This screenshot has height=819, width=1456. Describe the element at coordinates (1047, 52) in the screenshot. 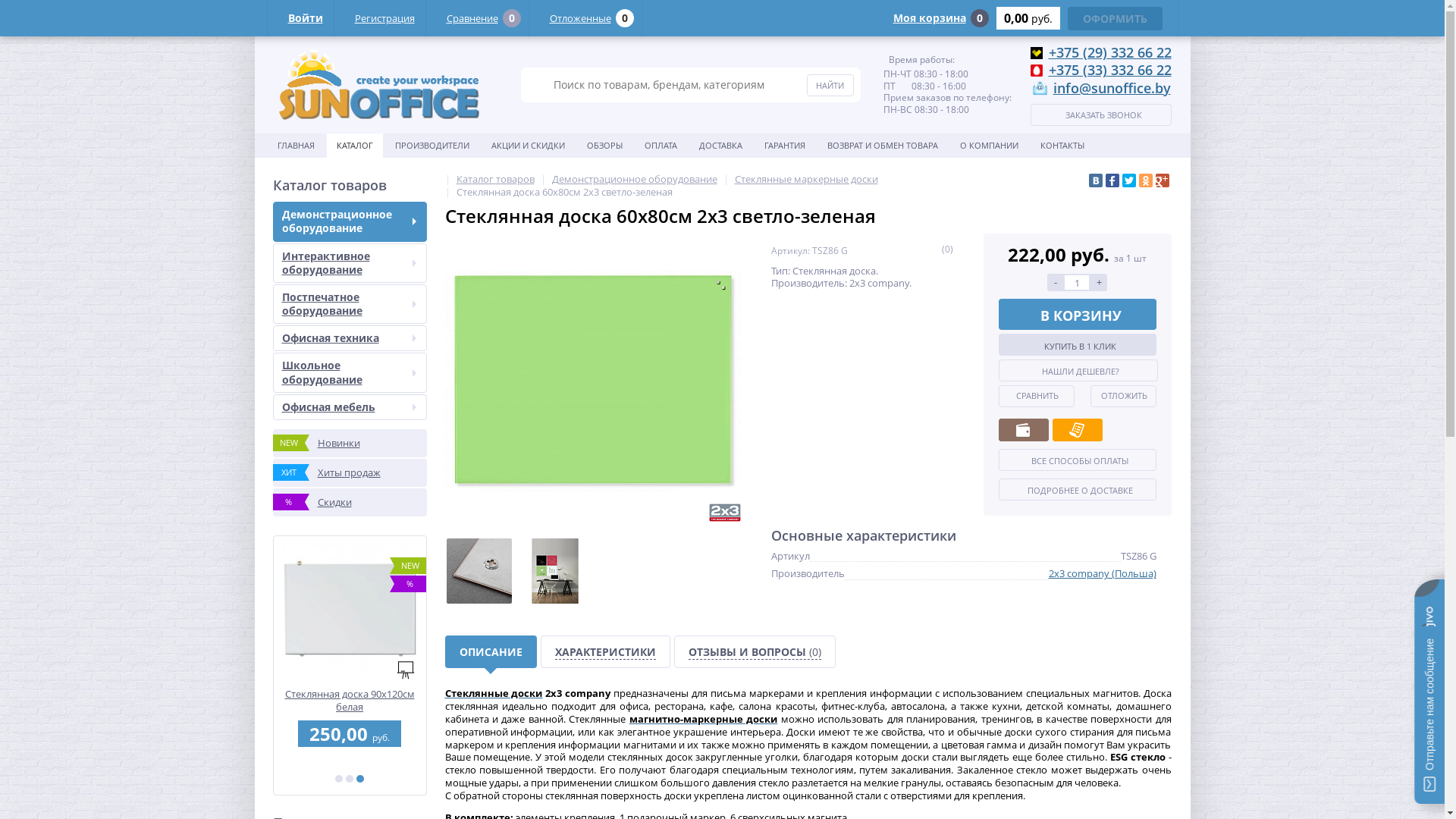

I see `'+375 (29) 332 66 22'` at that location.